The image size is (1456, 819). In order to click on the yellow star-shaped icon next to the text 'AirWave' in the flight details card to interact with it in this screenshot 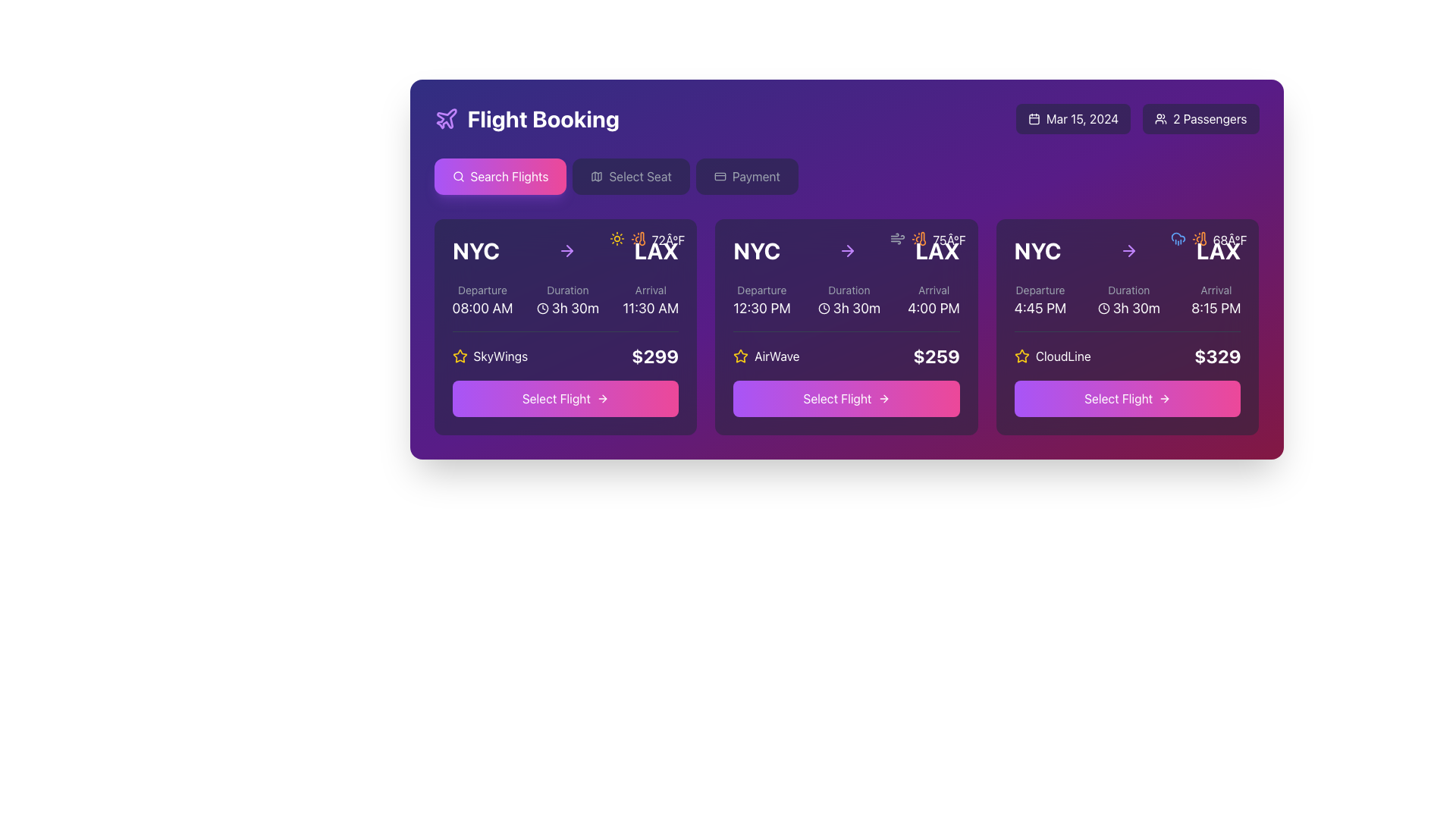, I will do `click(741, 356)`.